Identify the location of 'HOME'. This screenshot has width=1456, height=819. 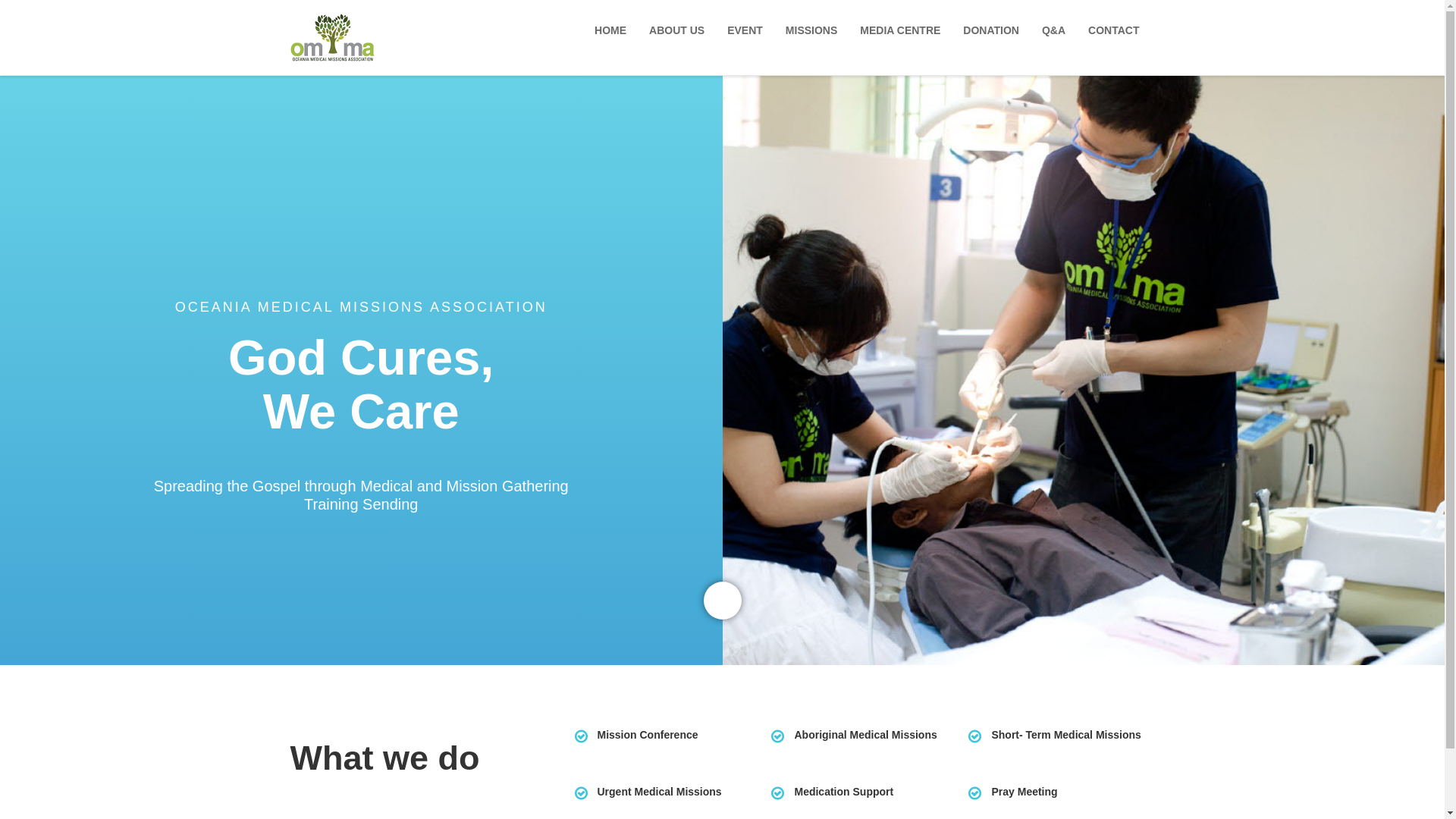
(614, 30).